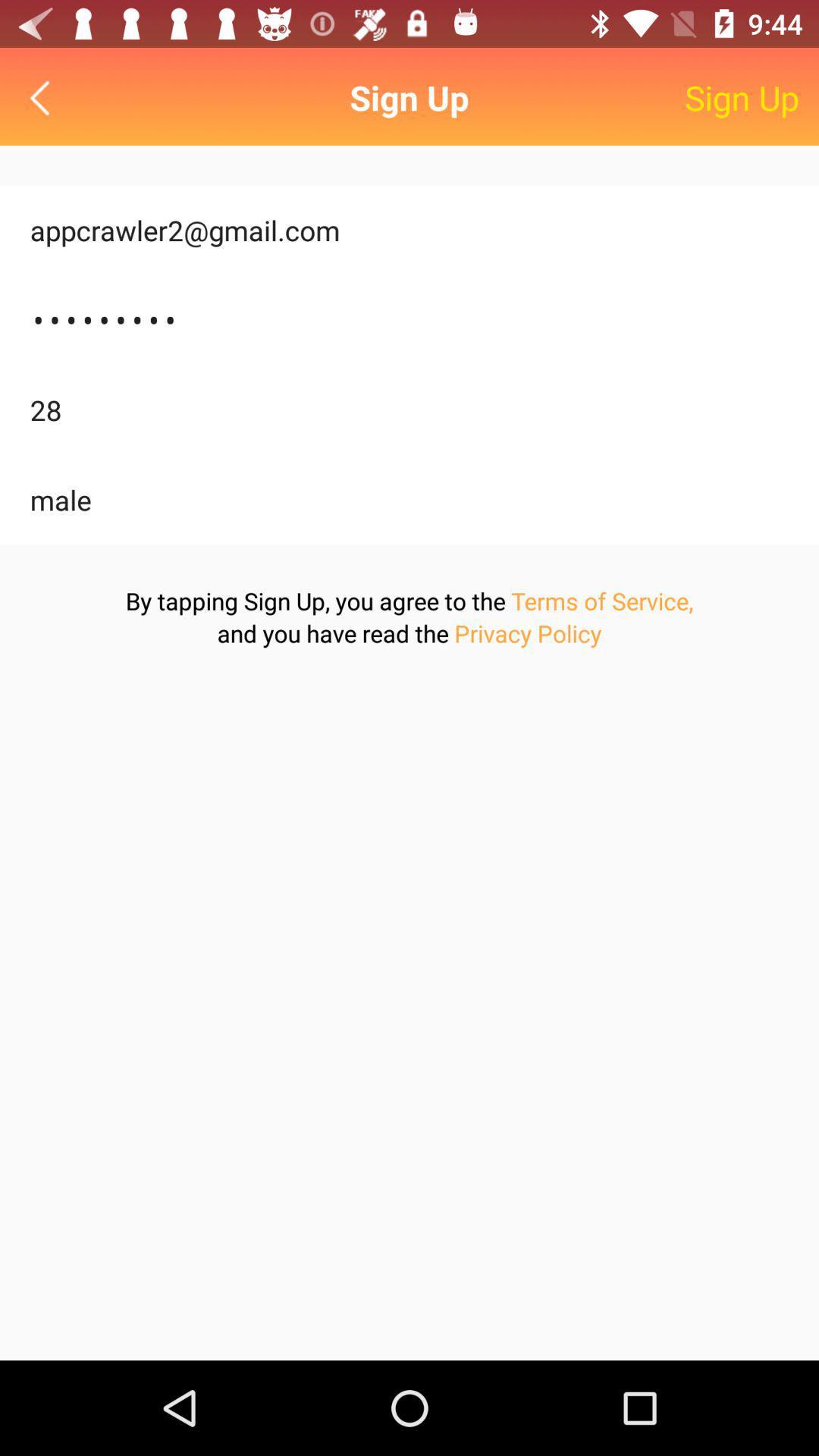 This screenshot has height=1456, width=819. What do you see at coordinates (409, 319) in the screenshot?
I see `crowd3116` at bounding box center [409, 319].